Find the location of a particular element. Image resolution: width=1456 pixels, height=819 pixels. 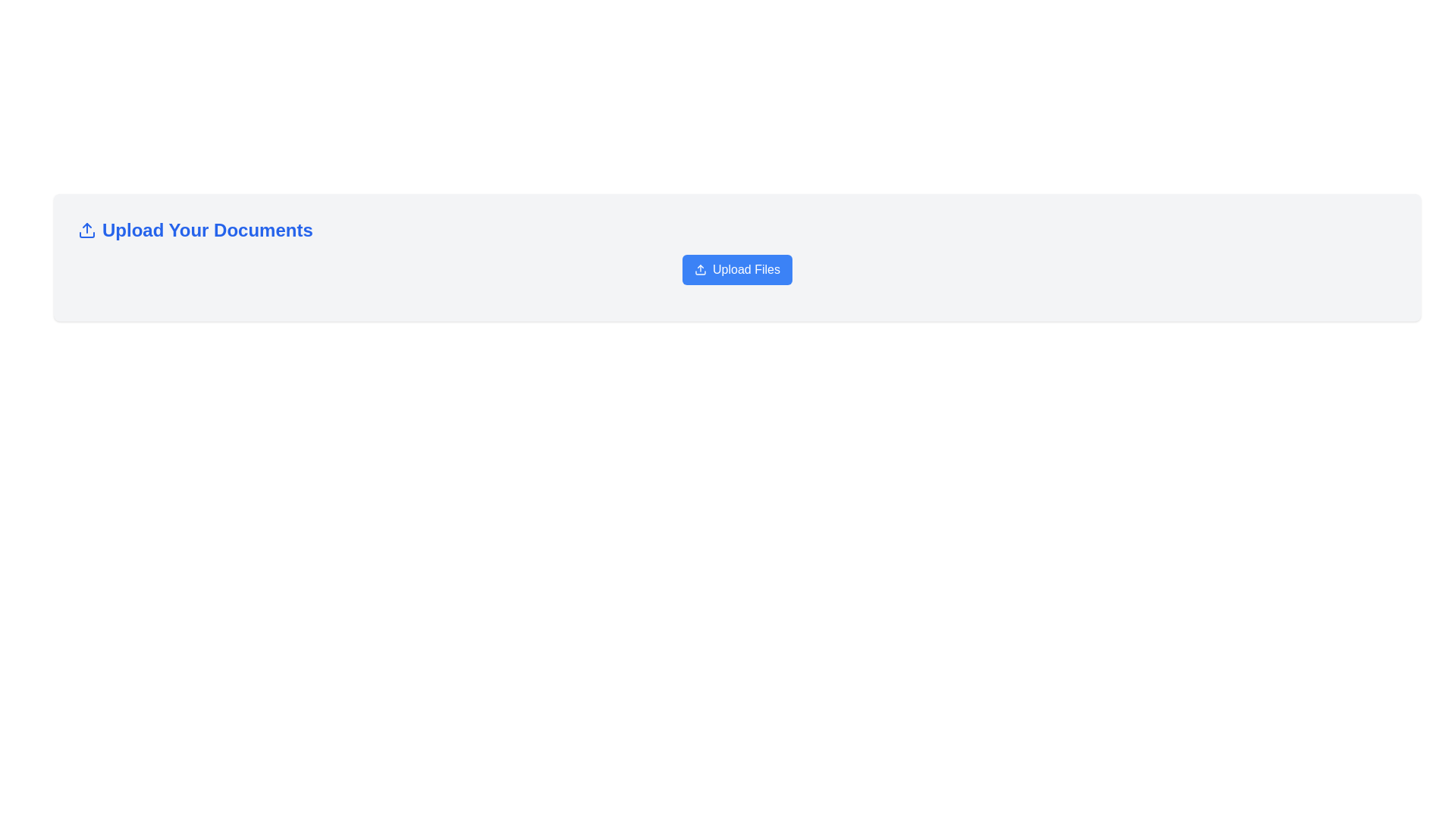

the blue upload icon, which is located to the left of the text 'Upload Your Documents' is located at coordinates (86, 231).